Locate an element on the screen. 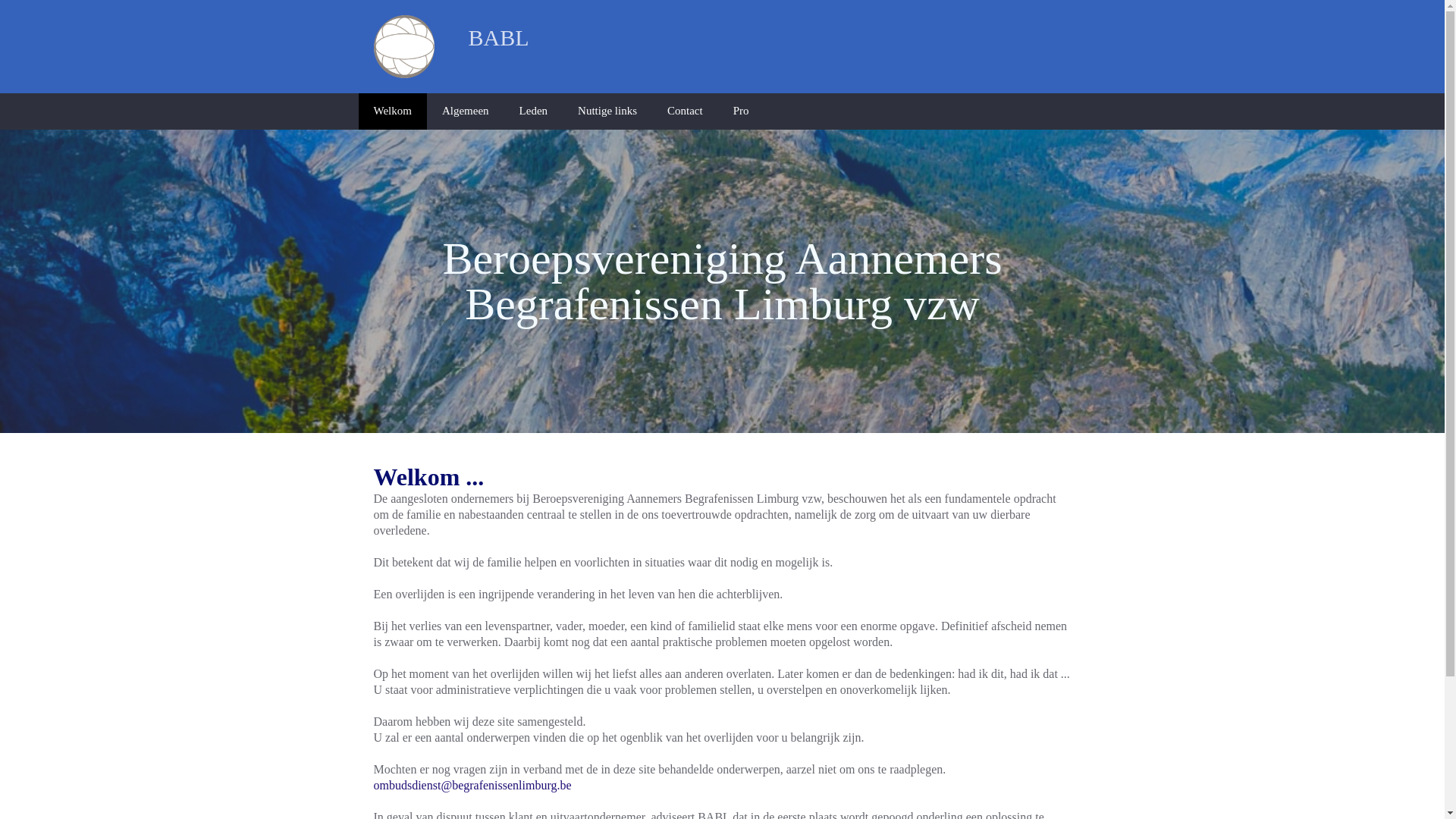 Image resolution: width=1456 pixels, height=819 pixels. 'Welkom' is located at coordinates (392, 110).